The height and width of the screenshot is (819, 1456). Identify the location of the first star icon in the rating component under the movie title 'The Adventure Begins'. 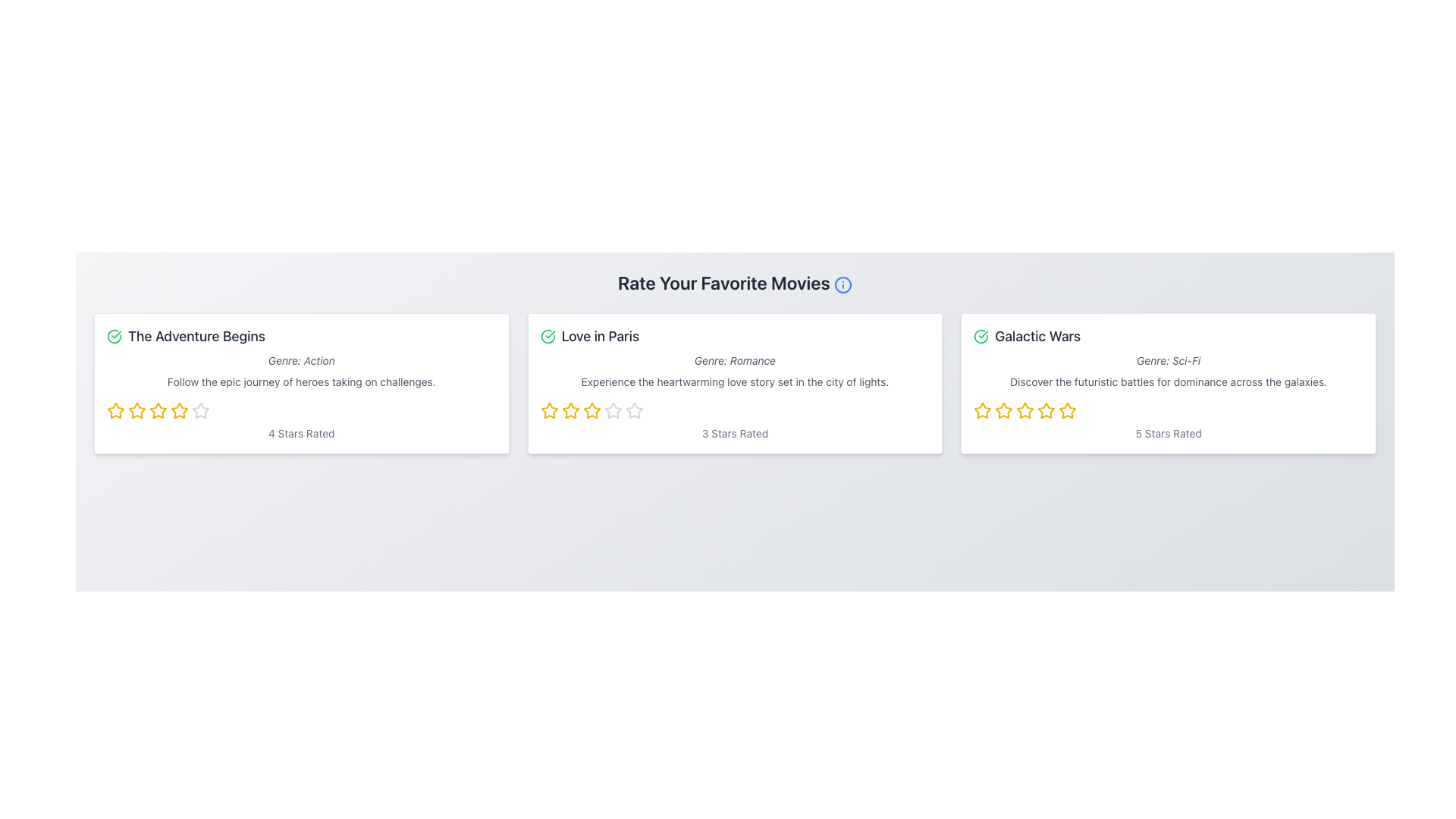
(115, 411).